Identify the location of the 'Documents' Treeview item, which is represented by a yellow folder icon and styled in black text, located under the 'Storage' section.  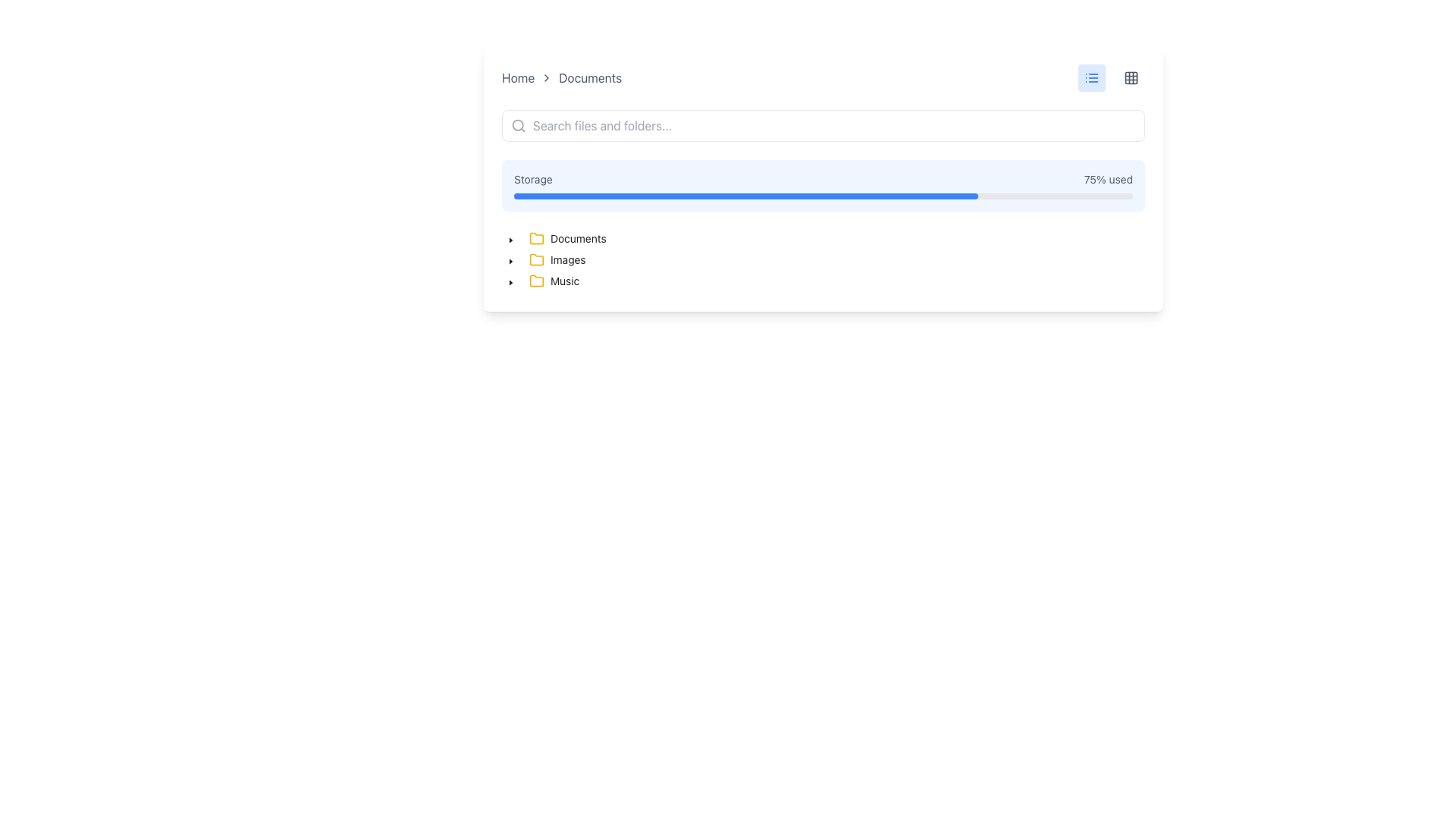
(566, 239).